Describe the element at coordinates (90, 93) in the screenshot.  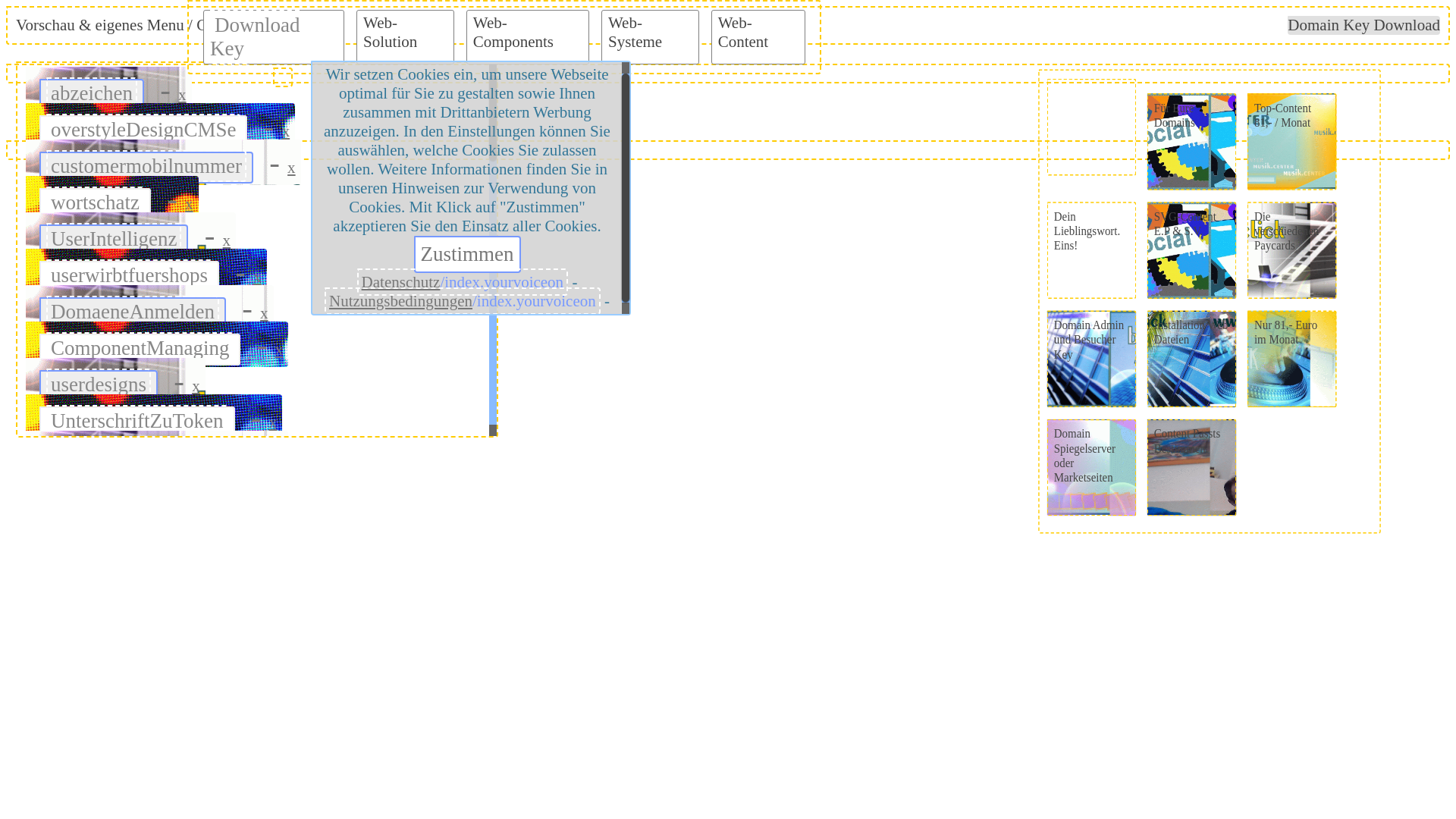
I see `'abzeichen'` at that location.